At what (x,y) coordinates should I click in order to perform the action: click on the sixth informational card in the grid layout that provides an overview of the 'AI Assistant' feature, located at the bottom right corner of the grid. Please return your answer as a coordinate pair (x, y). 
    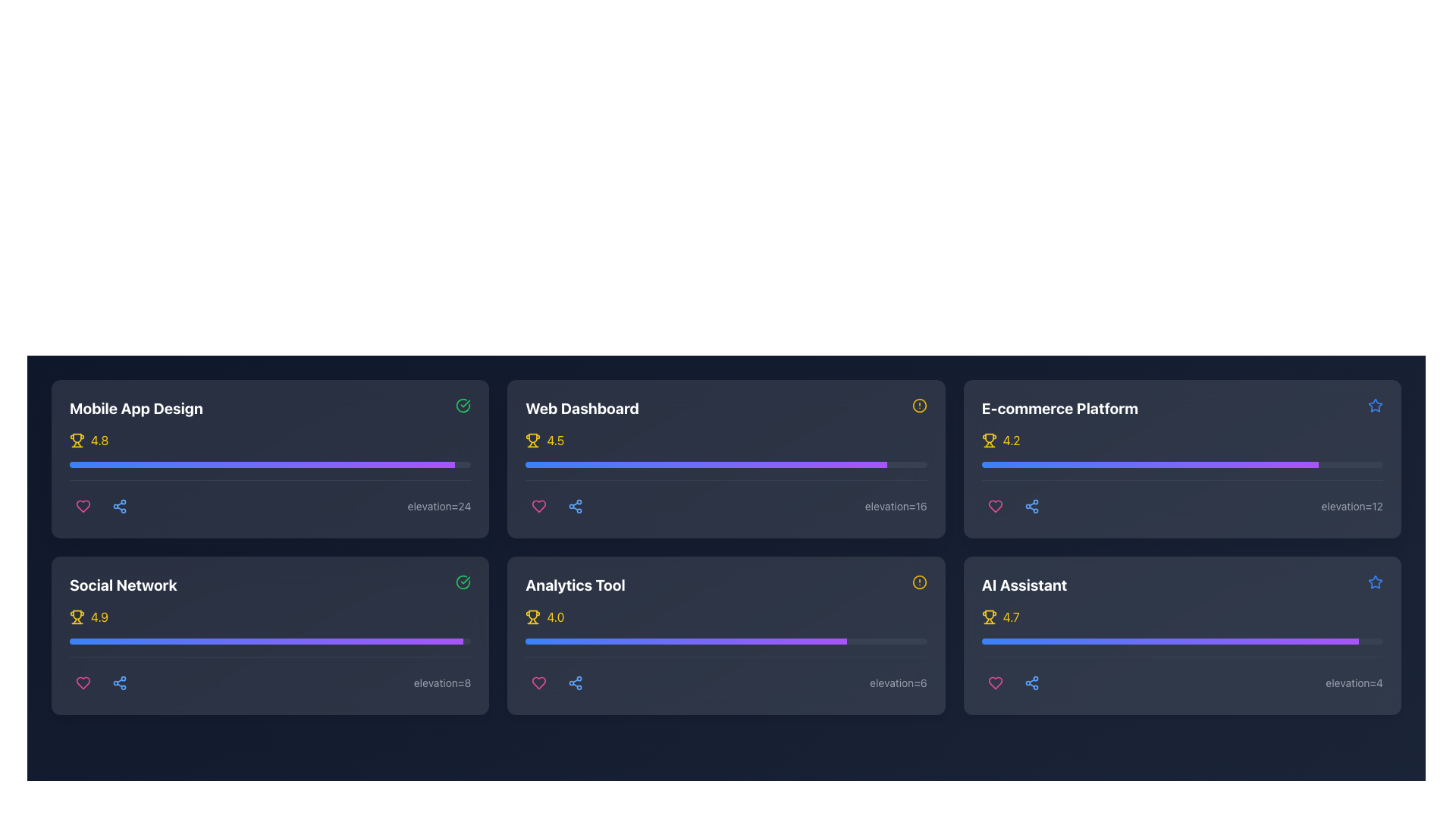
    Looking at the image, I should click on (1181, 635).